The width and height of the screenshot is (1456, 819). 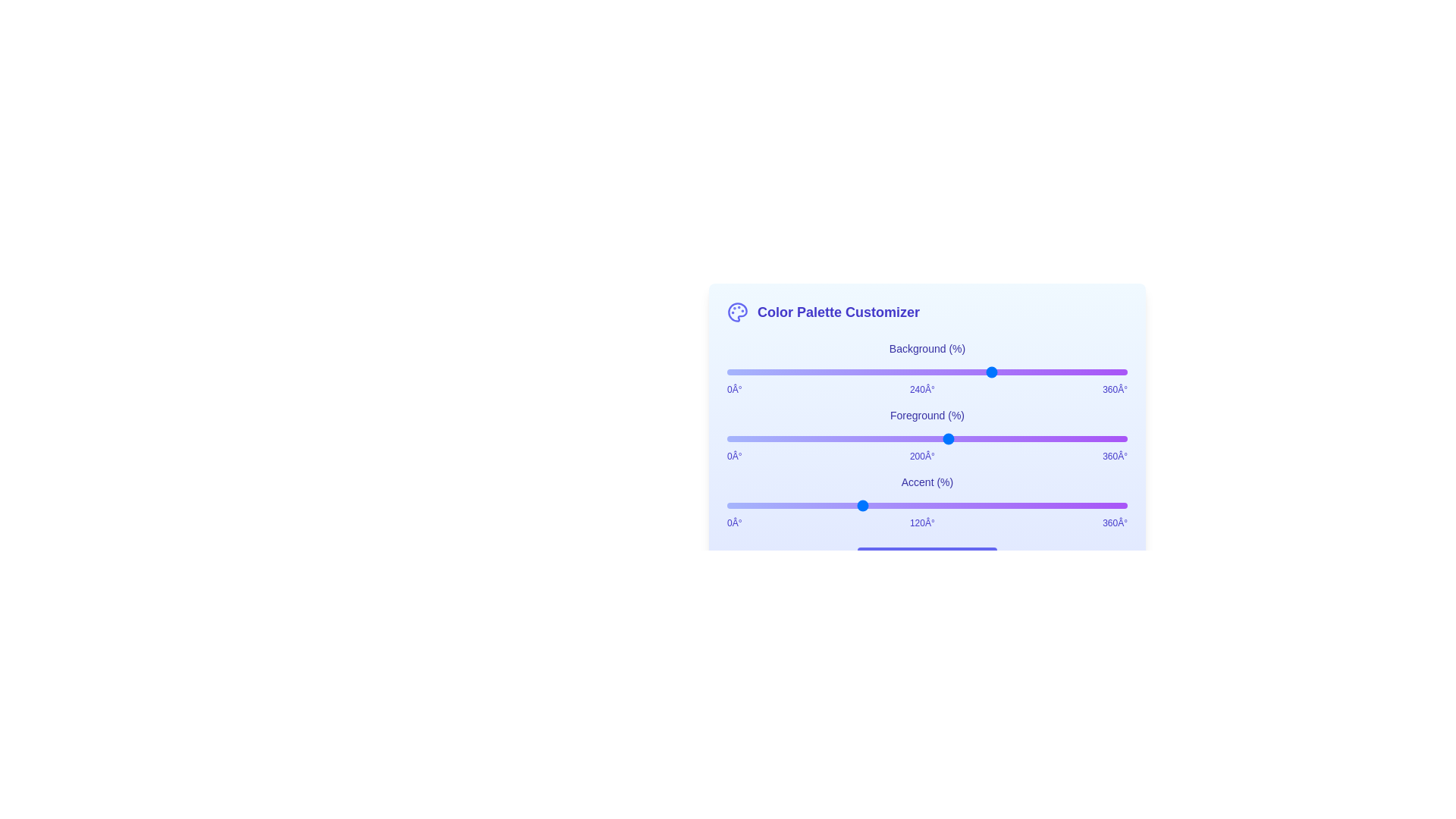 I want to click on the background color slider to set the hue to 265 degrees, so click(x=1021, y=372).